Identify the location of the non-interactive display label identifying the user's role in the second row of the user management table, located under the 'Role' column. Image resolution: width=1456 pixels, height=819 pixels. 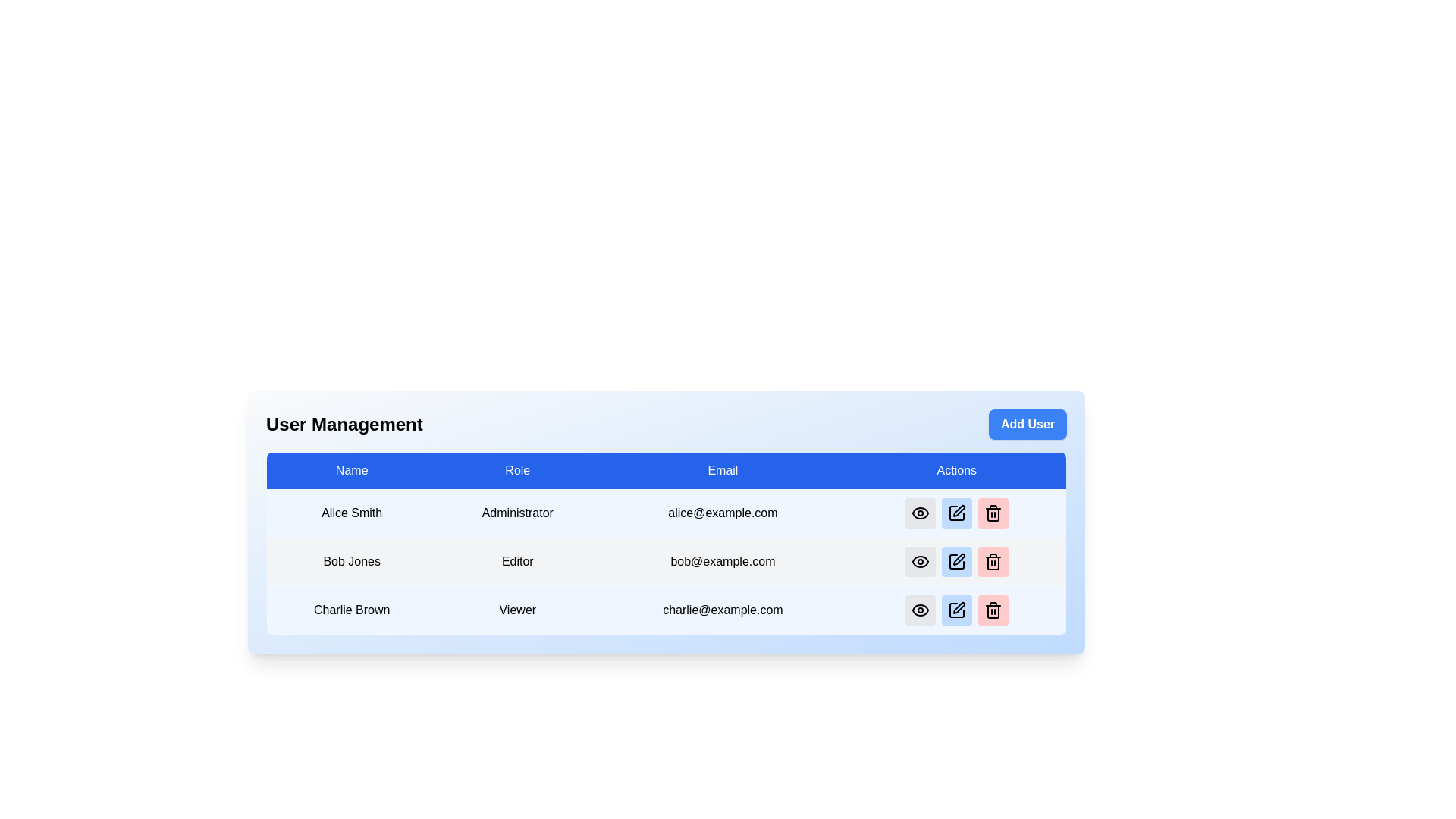
(517, 561).